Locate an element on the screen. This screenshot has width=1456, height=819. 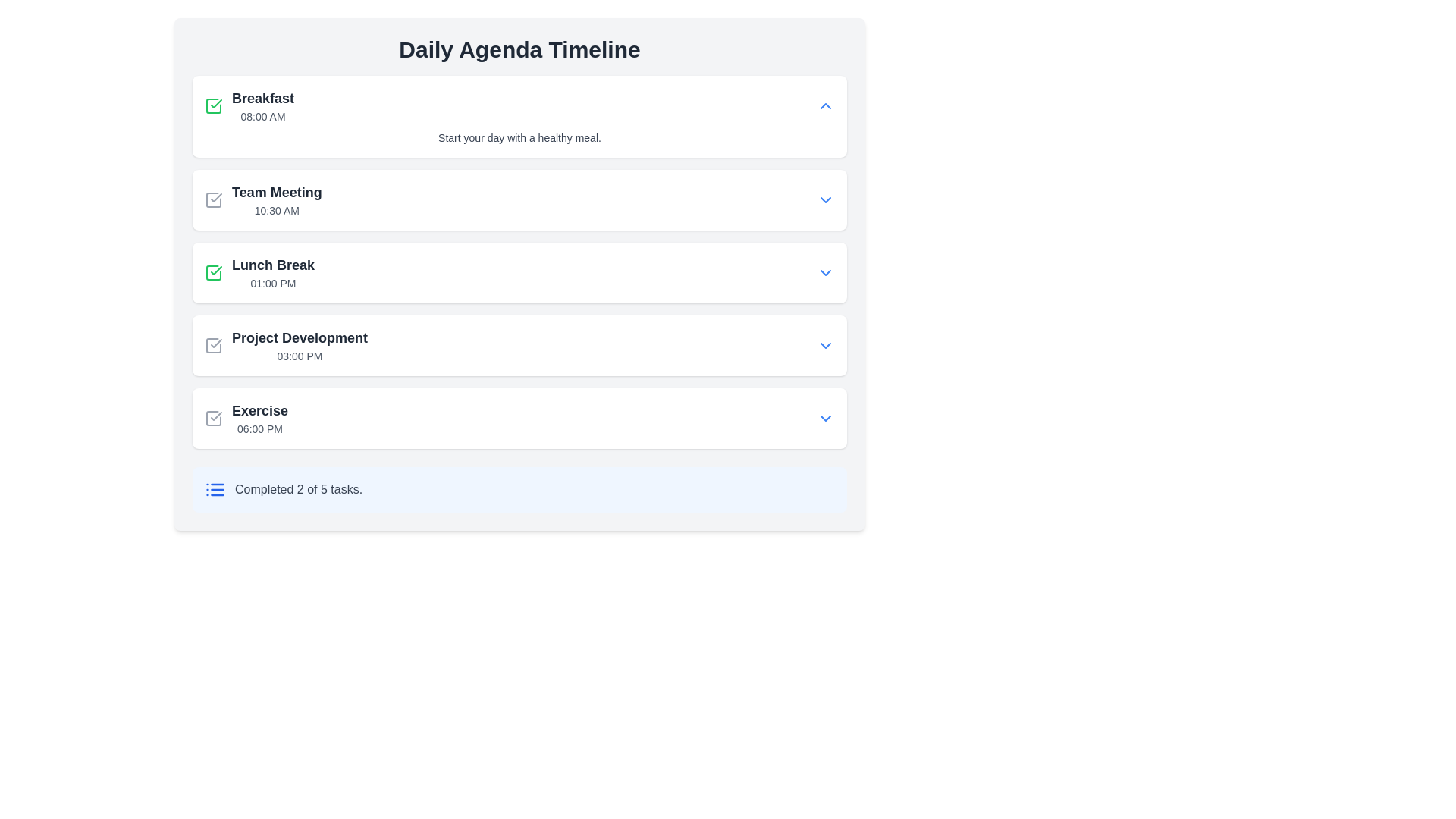
the static text label representing the scheduled time for the 'Lunch Break' activity, which is located directly below the 'Lunch Break' text in the agenda list is located at coordinates (273, 284).